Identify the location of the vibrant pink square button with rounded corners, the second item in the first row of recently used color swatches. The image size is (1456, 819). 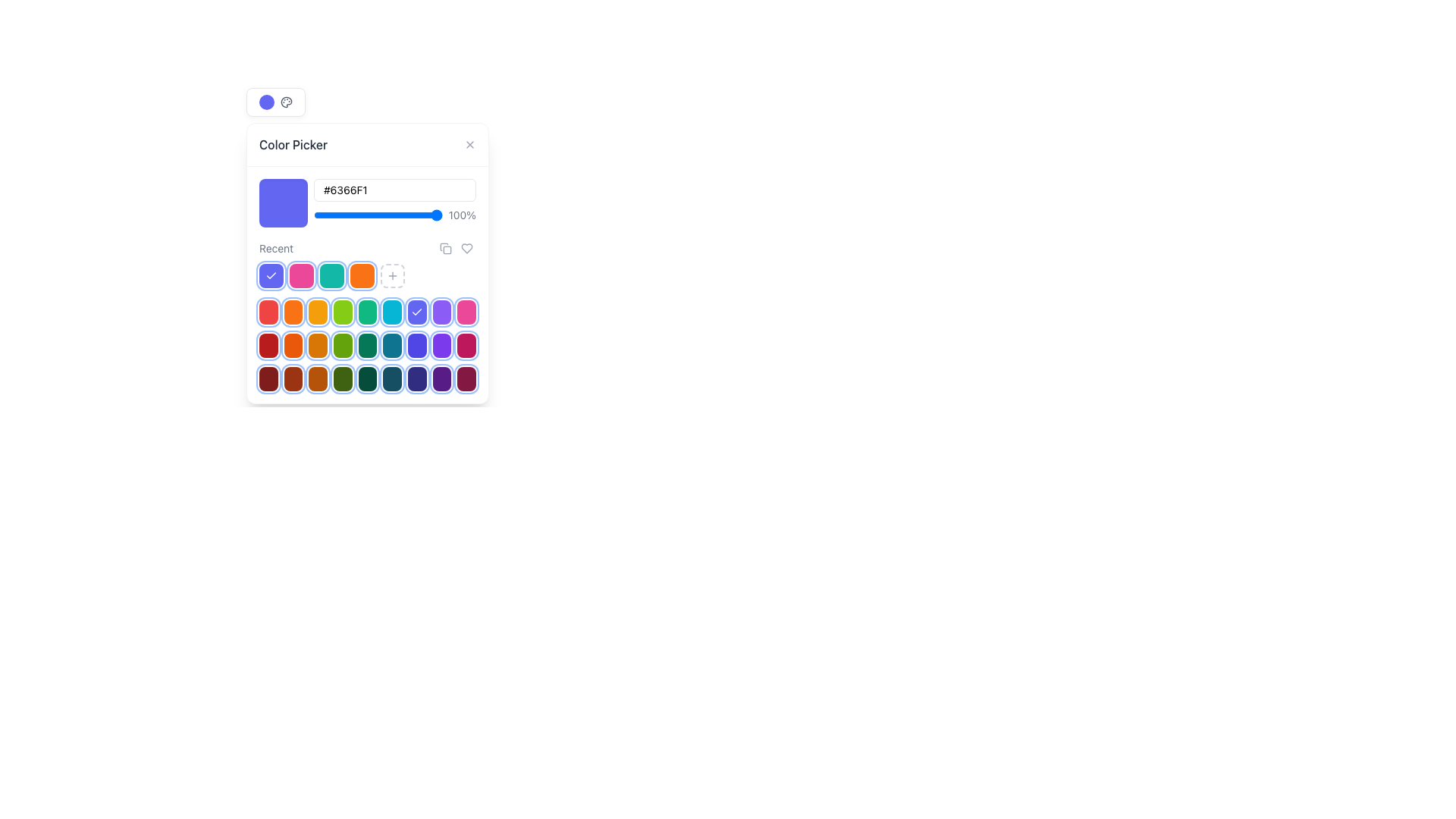
(302, 275).